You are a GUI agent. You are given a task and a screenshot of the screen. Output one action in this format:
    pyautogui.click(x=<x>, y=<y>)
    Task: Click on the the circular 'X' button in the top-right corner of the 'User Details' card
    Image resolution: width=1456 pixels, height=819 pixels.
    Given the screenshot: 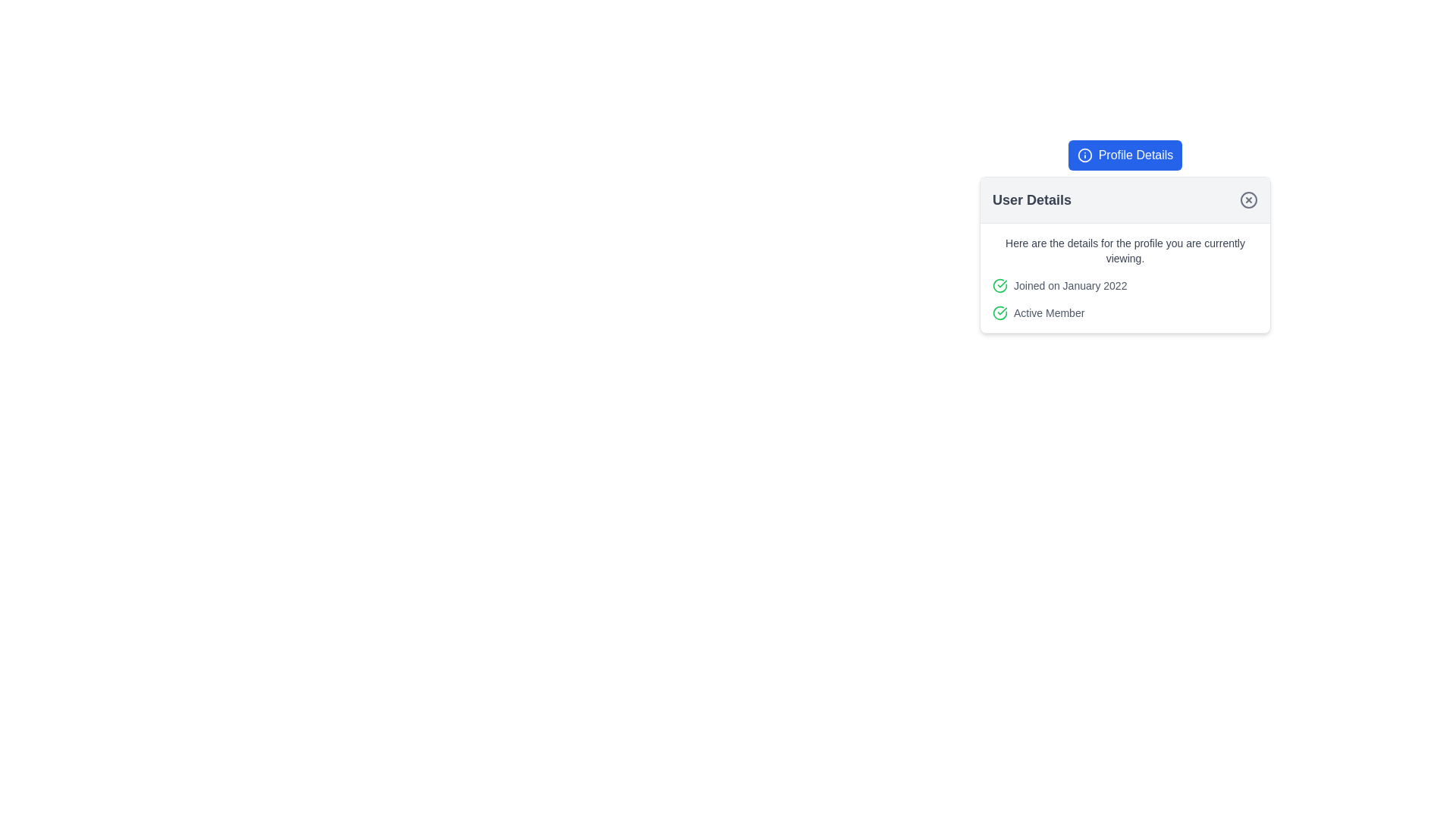 What is the action you would take?
    pyautogui.click(x=1248, y=199)
    